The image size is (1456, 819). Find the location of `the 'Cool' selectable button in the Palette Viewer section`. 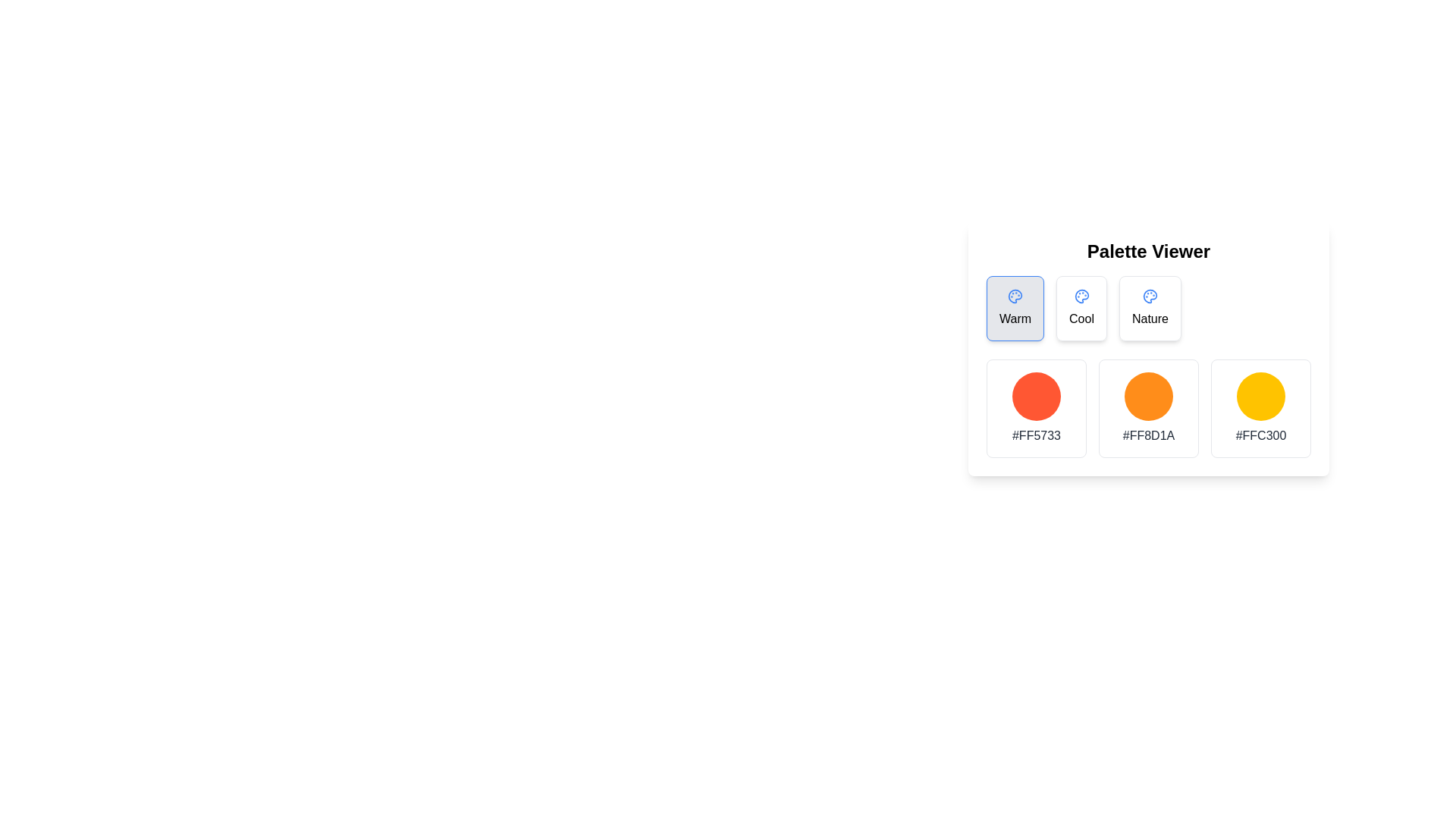

the 'Cool' selectable button in the Palette Viewer section is located at coordinates (1081, 308).